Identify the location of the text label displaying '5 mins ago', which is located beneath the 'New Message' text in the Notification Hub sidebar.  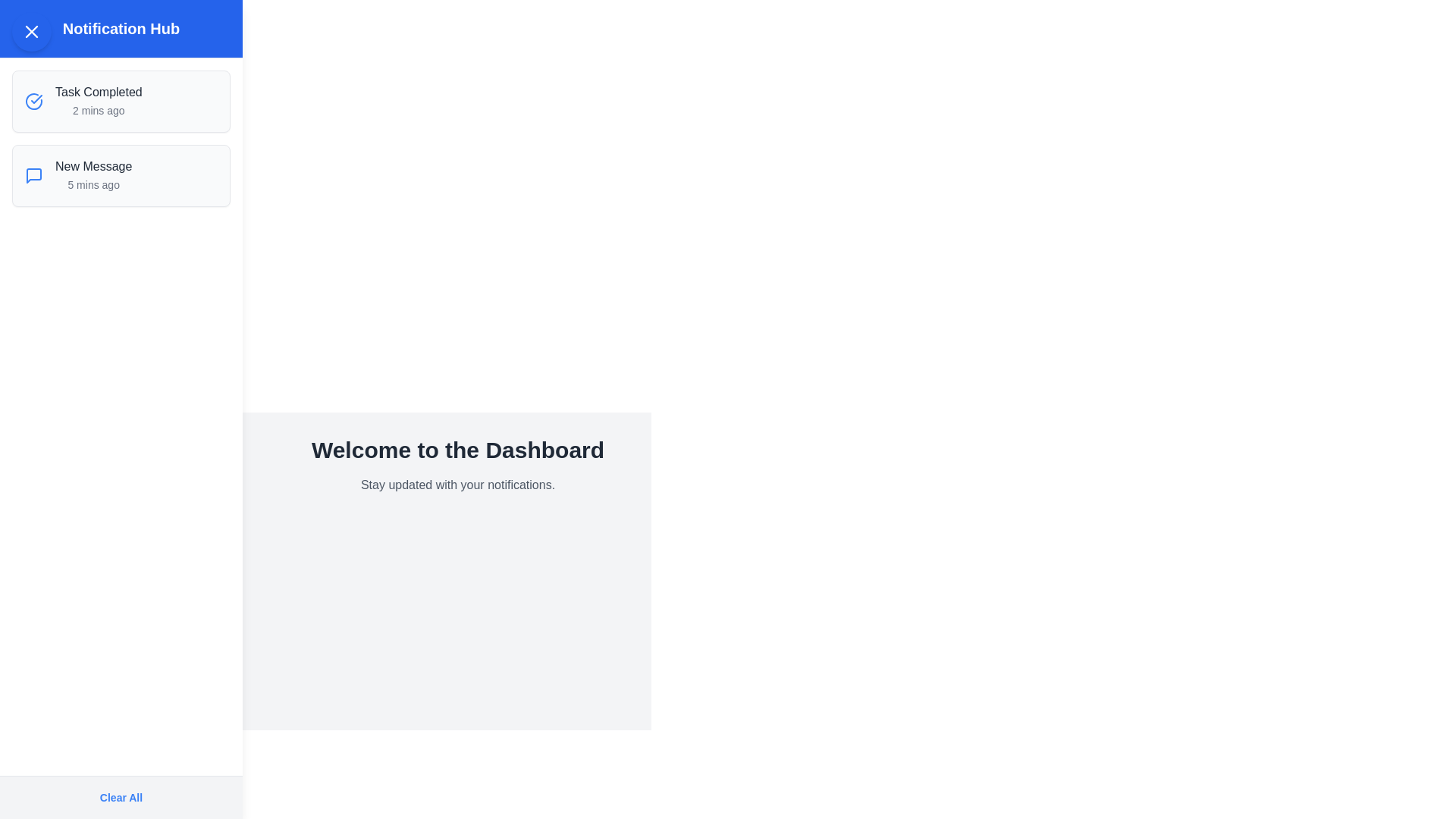
(93, 184).